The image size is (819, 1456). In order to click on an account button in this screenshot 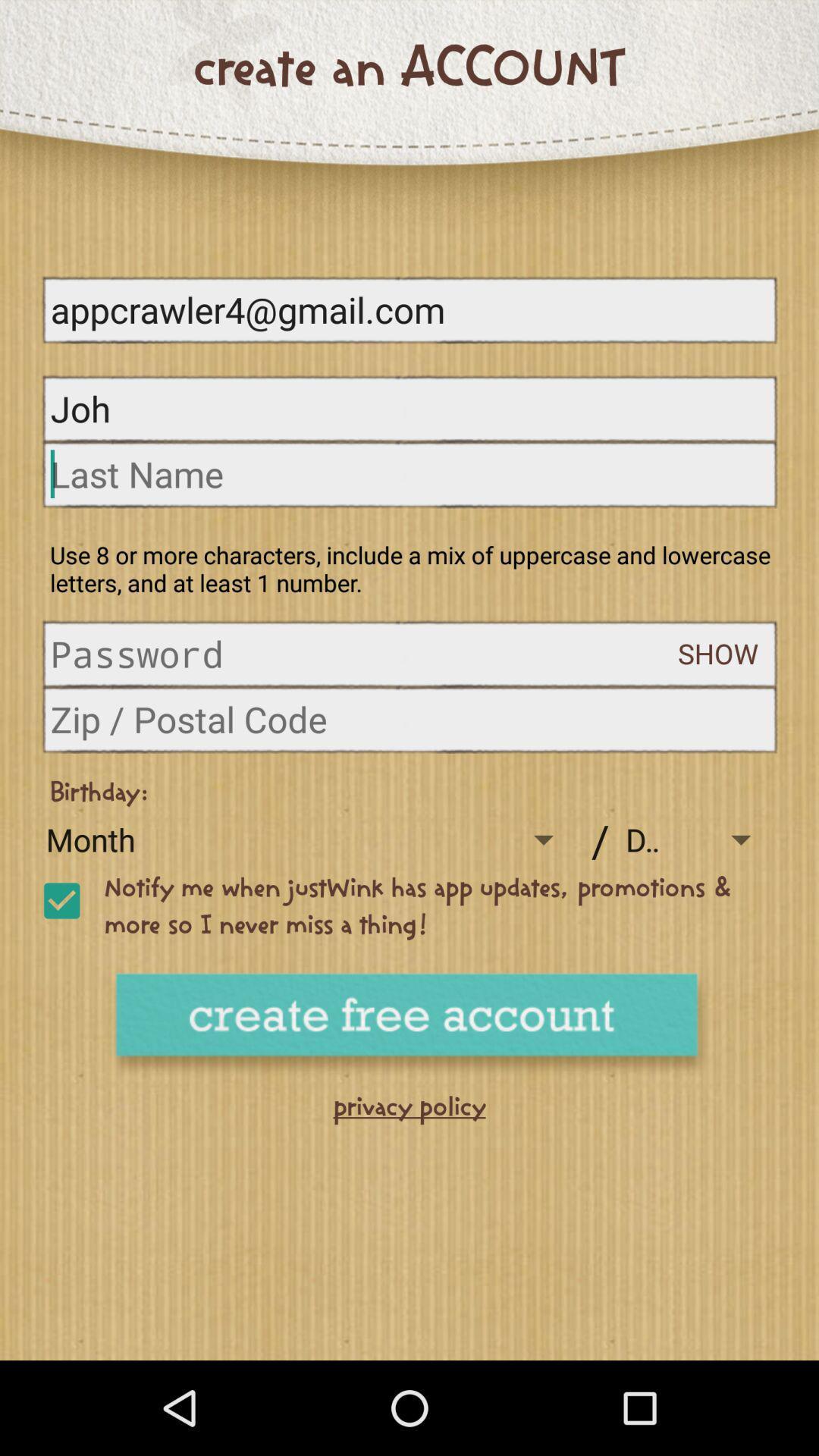, I will do `click(409, 1025)`.